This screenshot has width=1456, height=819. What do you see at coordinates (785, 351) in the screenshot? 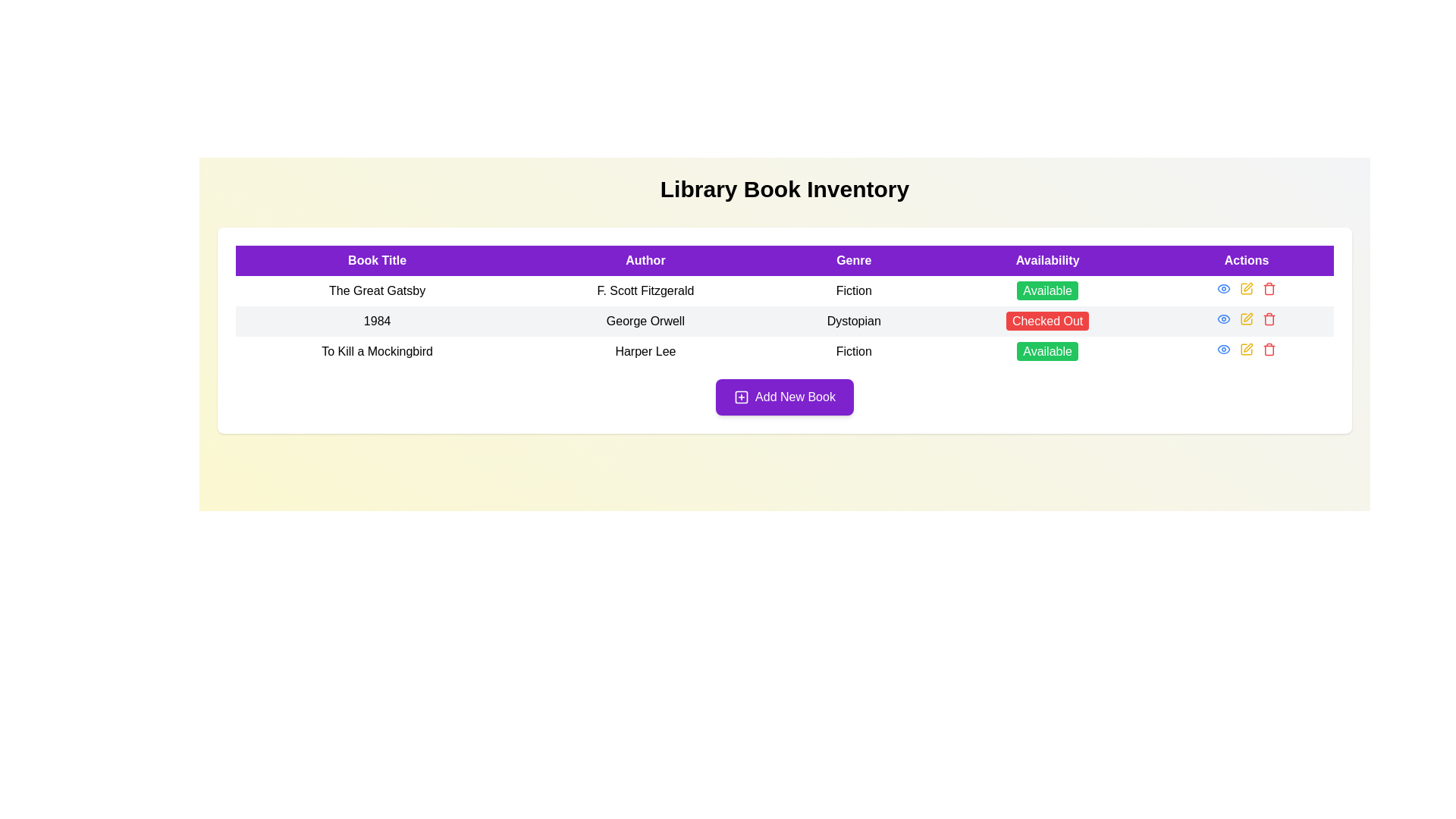
I see `the third row in the 'Library Book Inventory' table that displays details about 'To Kill a Mockingbird'` at bounding box center [785, 351].